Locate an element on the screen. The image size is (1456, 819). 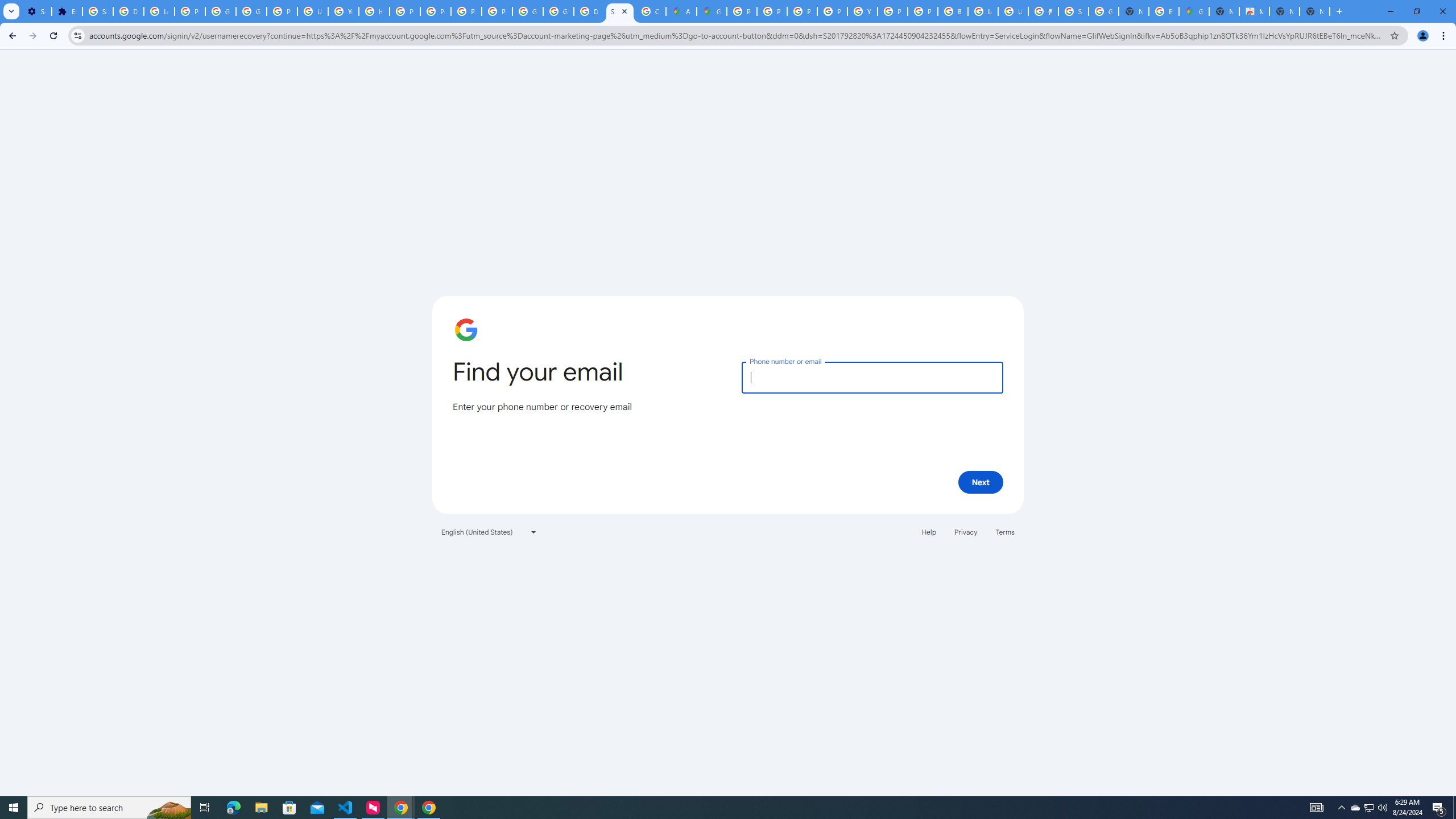
'Phone number or email' is located at coordinates (871, 377).